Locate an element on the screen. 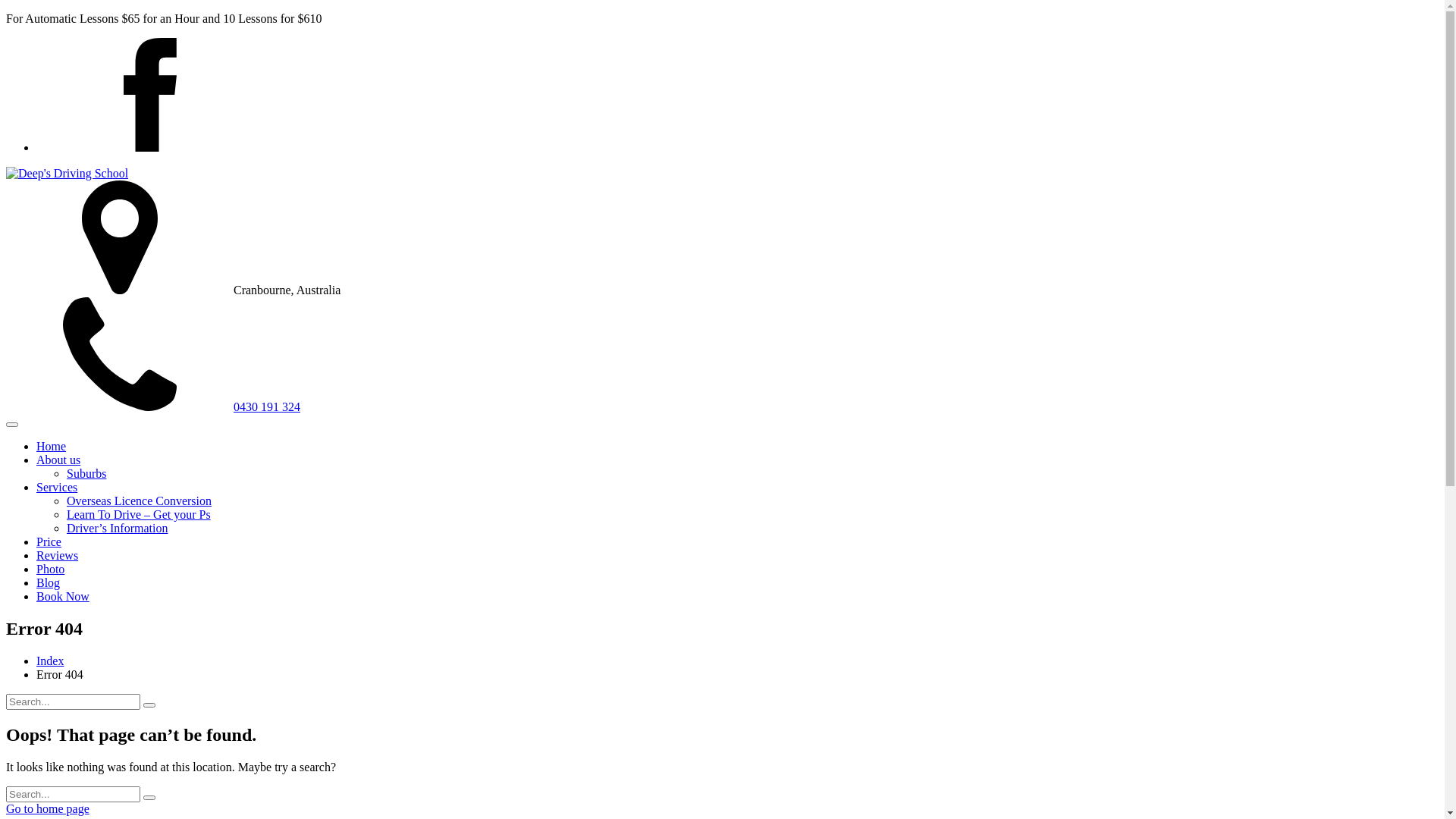  'Blog' is located at coordinates (48, 582).